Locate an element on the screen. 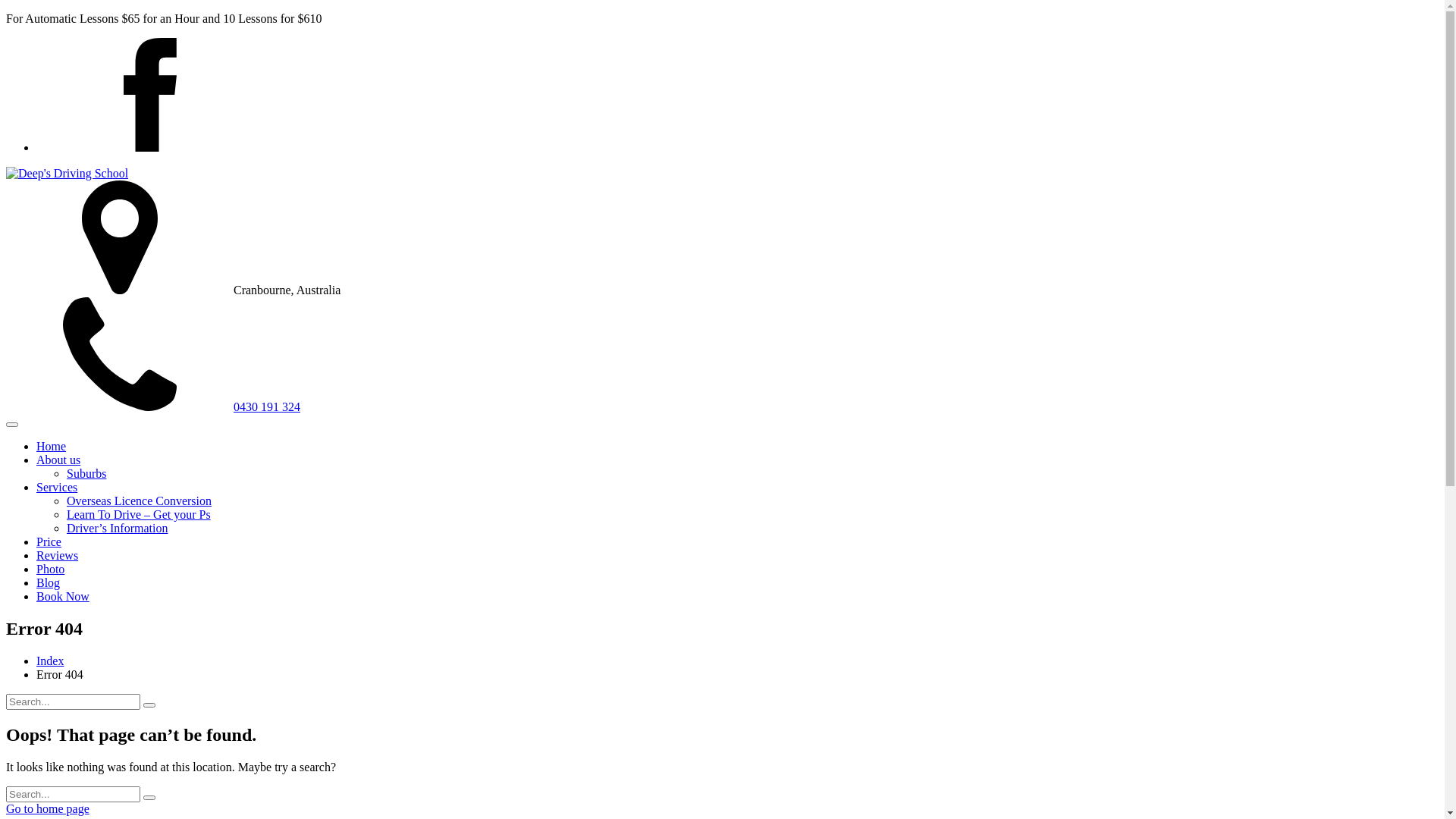  'Blog' is located at coordinates (48, 582).